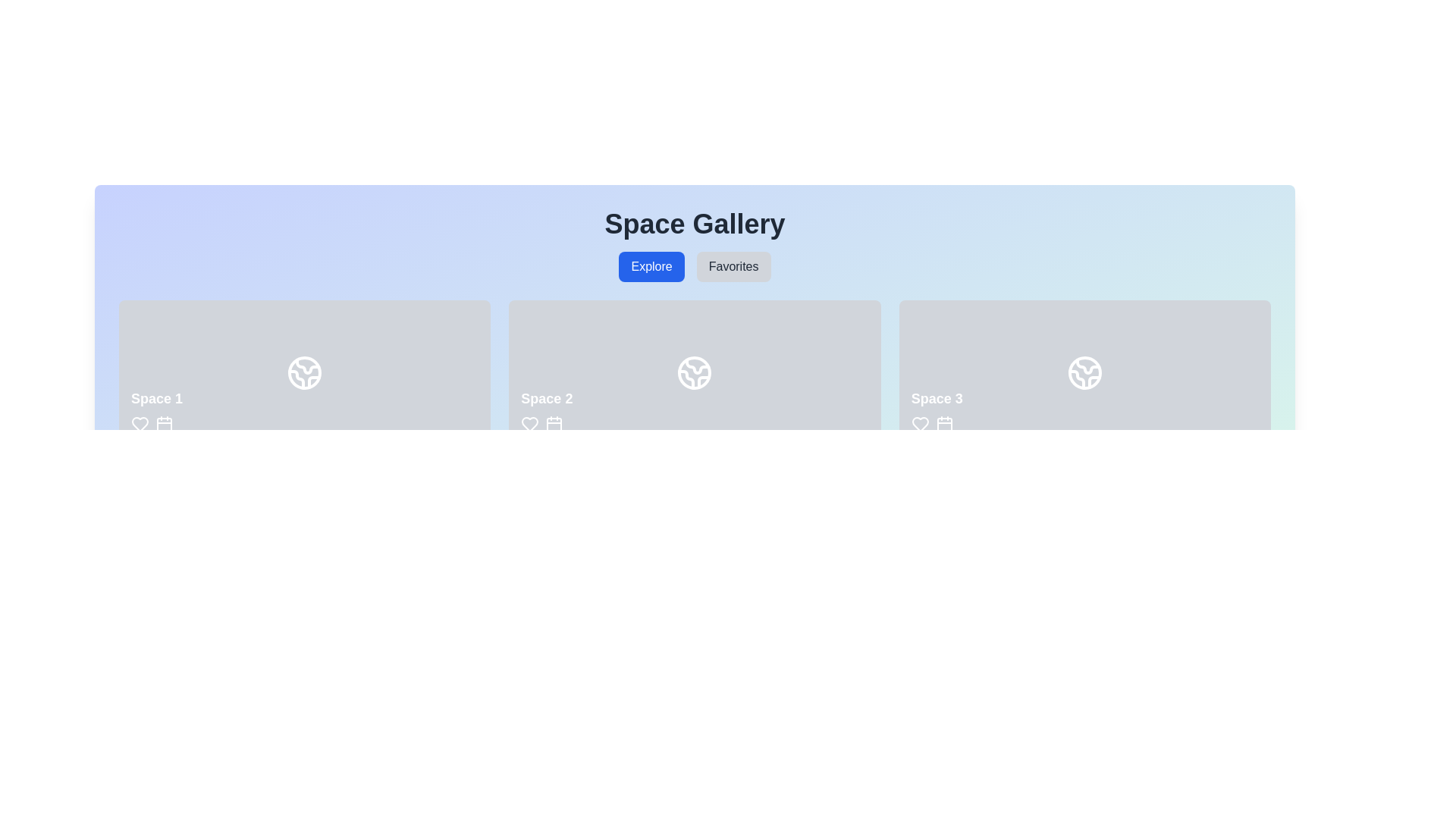 The width and height of the screenshot is (1456, 819). Describe the element at coordinates (546, 424) in the screenshot. I see `the group of action icons located at the bottom-left corner beneath the text 'Space 2' for performing actions related to the card` at that location.